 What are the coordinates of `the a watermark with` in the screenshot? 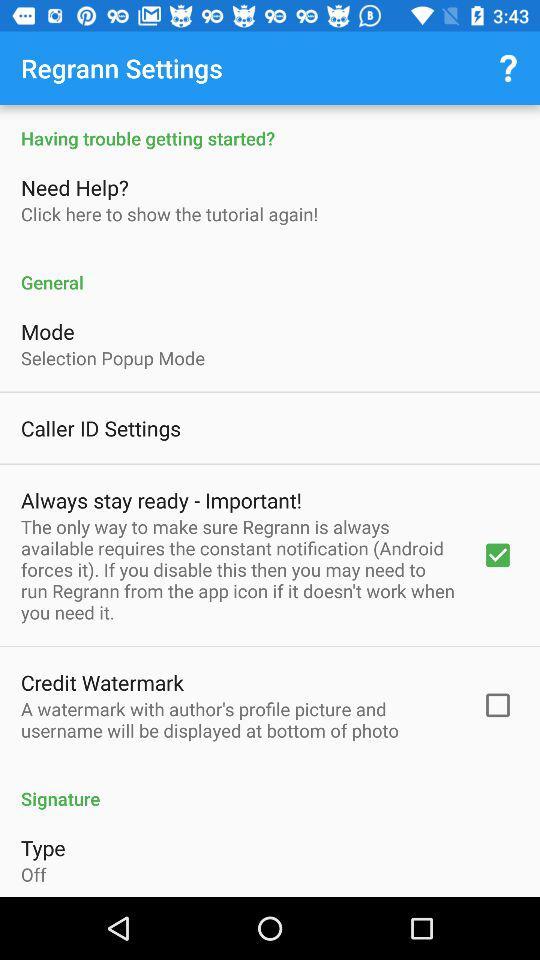 It's located at (238, 719).